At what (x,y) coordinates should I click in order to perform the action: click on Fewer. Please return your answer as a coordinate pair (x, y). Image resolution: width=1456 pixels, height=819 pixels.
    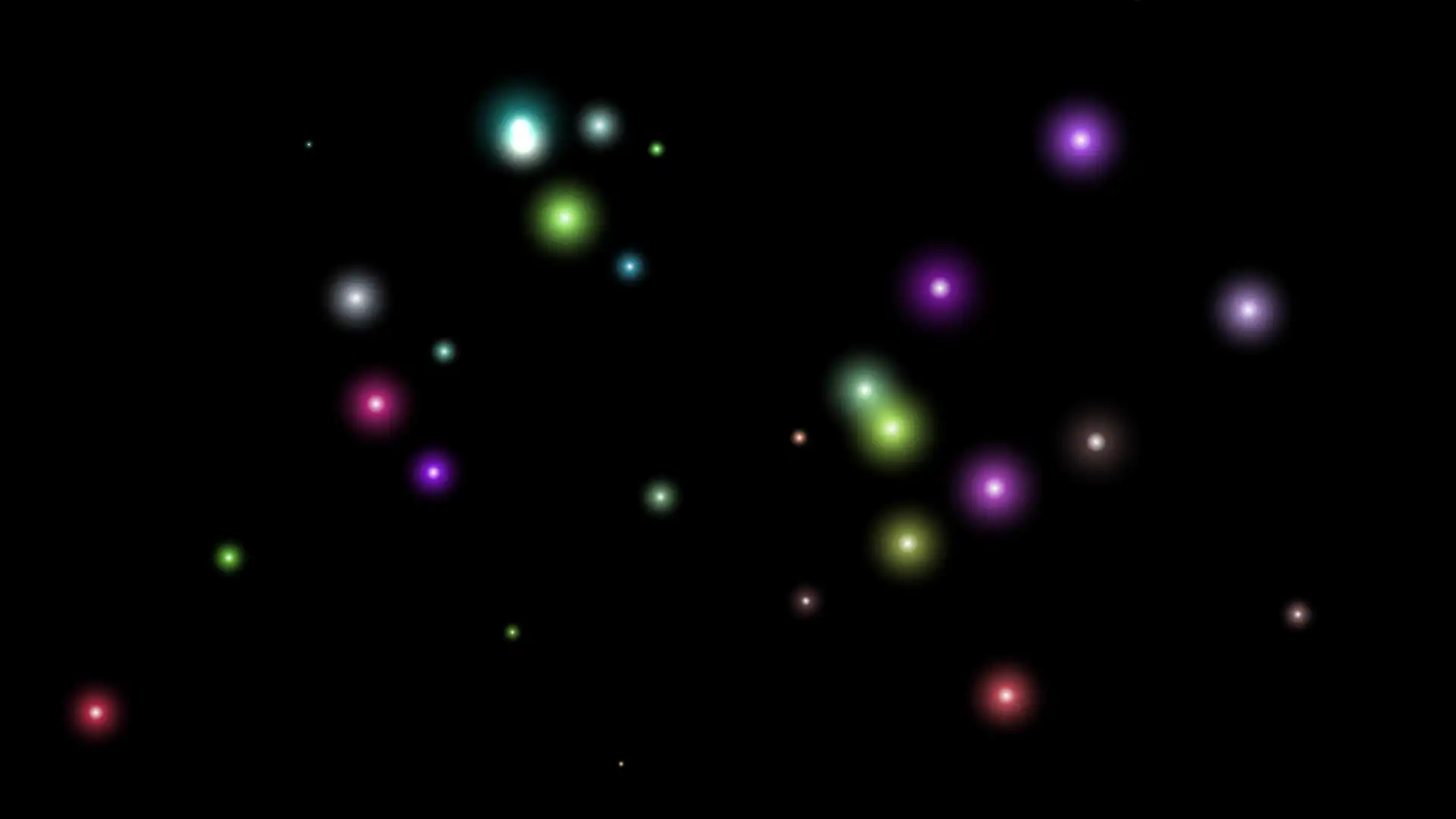
    Looking at the image, I should click on (378, 14).